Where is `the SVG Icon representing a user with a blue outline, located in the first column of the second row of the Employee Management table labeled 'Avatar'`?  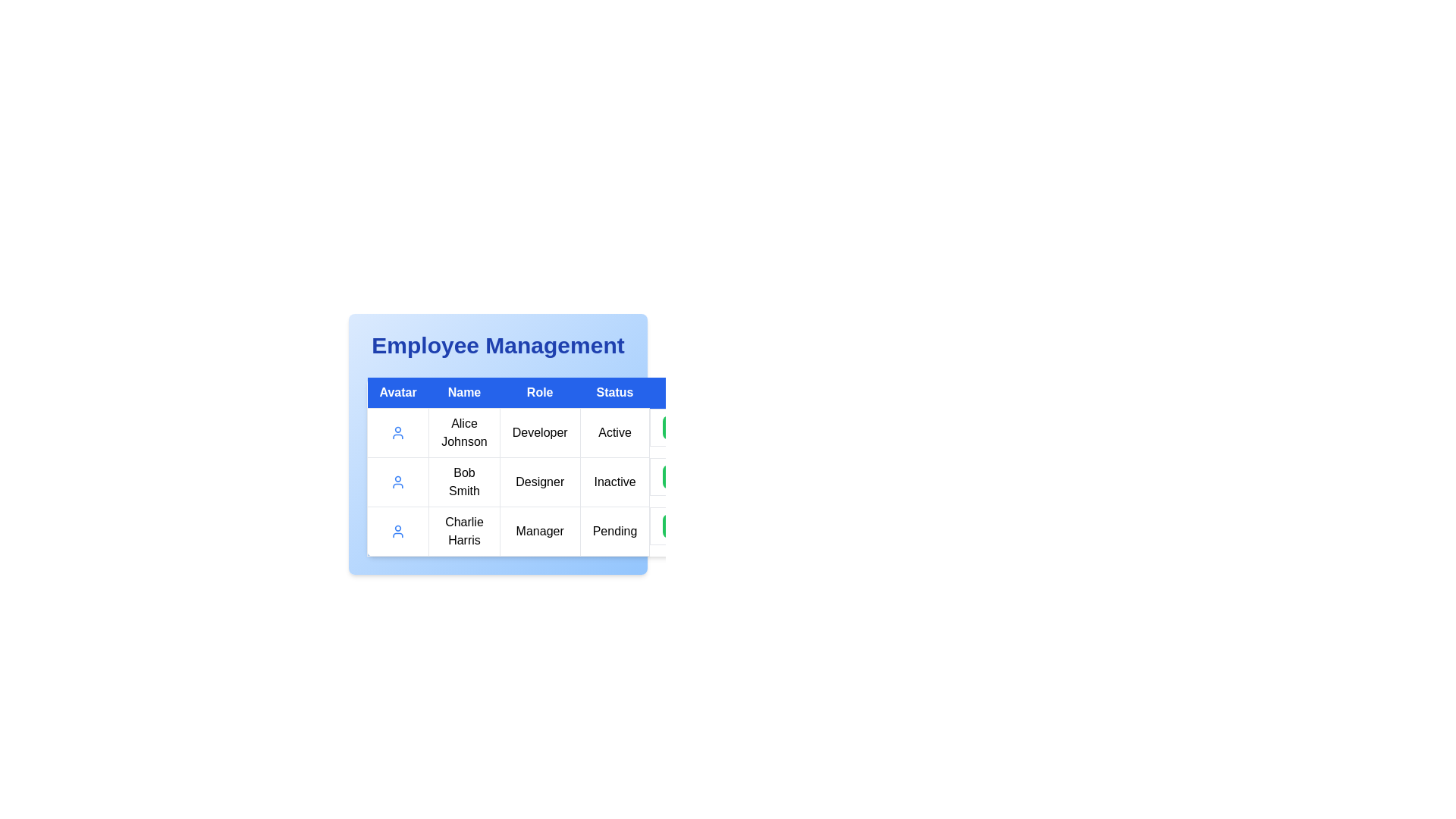 the SVG Icon representing a user with a blue outline, located in the first column of the second row of the Employee Management table labeled 'Avatar' is located at coordinates (398, 482).